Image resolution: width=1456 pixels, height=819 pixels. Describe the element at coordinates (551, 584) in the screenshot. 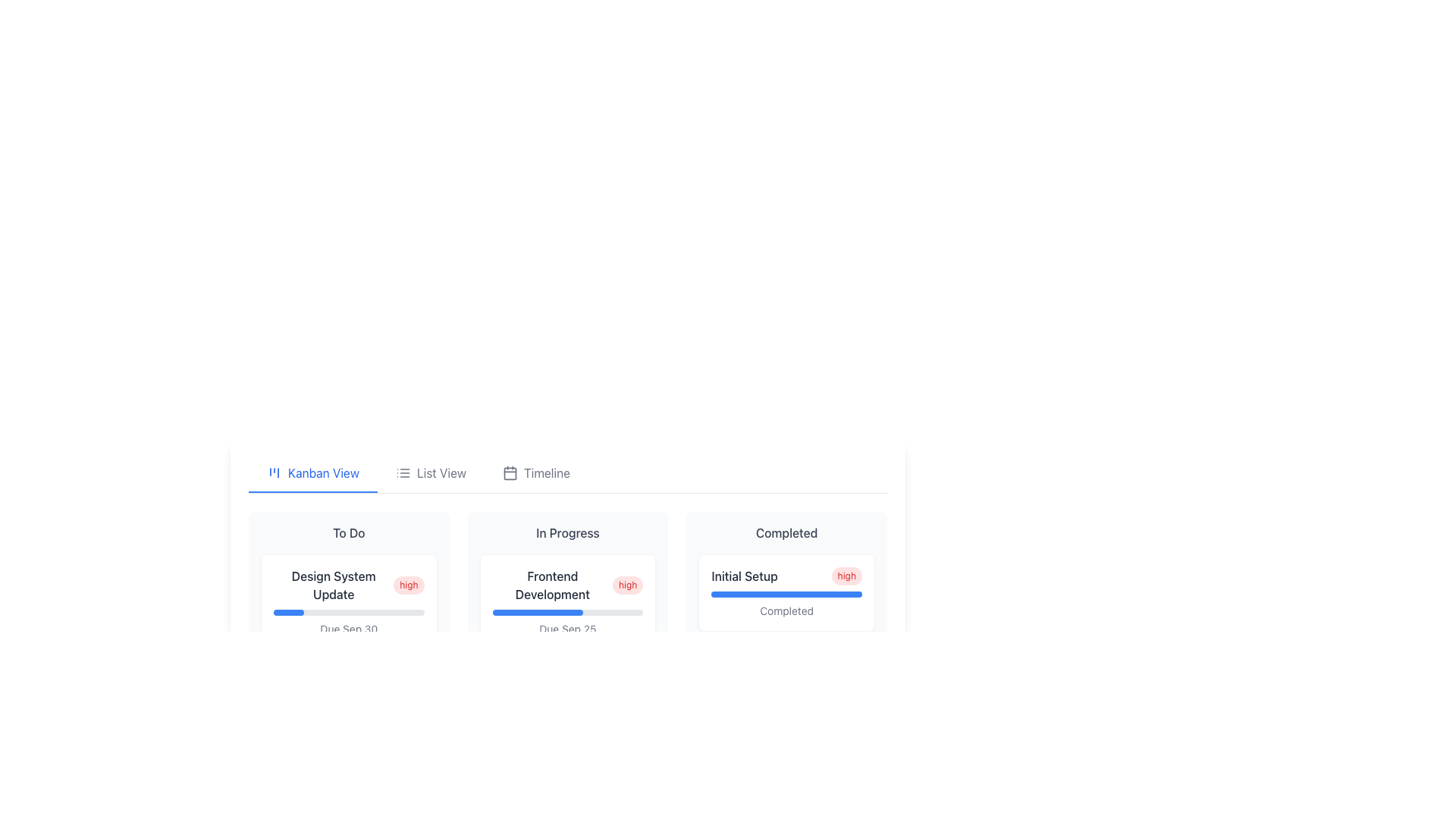

I see `the static text display that serves as the title for a task card in the 'In Progress' column of the Kanban board` at that location.